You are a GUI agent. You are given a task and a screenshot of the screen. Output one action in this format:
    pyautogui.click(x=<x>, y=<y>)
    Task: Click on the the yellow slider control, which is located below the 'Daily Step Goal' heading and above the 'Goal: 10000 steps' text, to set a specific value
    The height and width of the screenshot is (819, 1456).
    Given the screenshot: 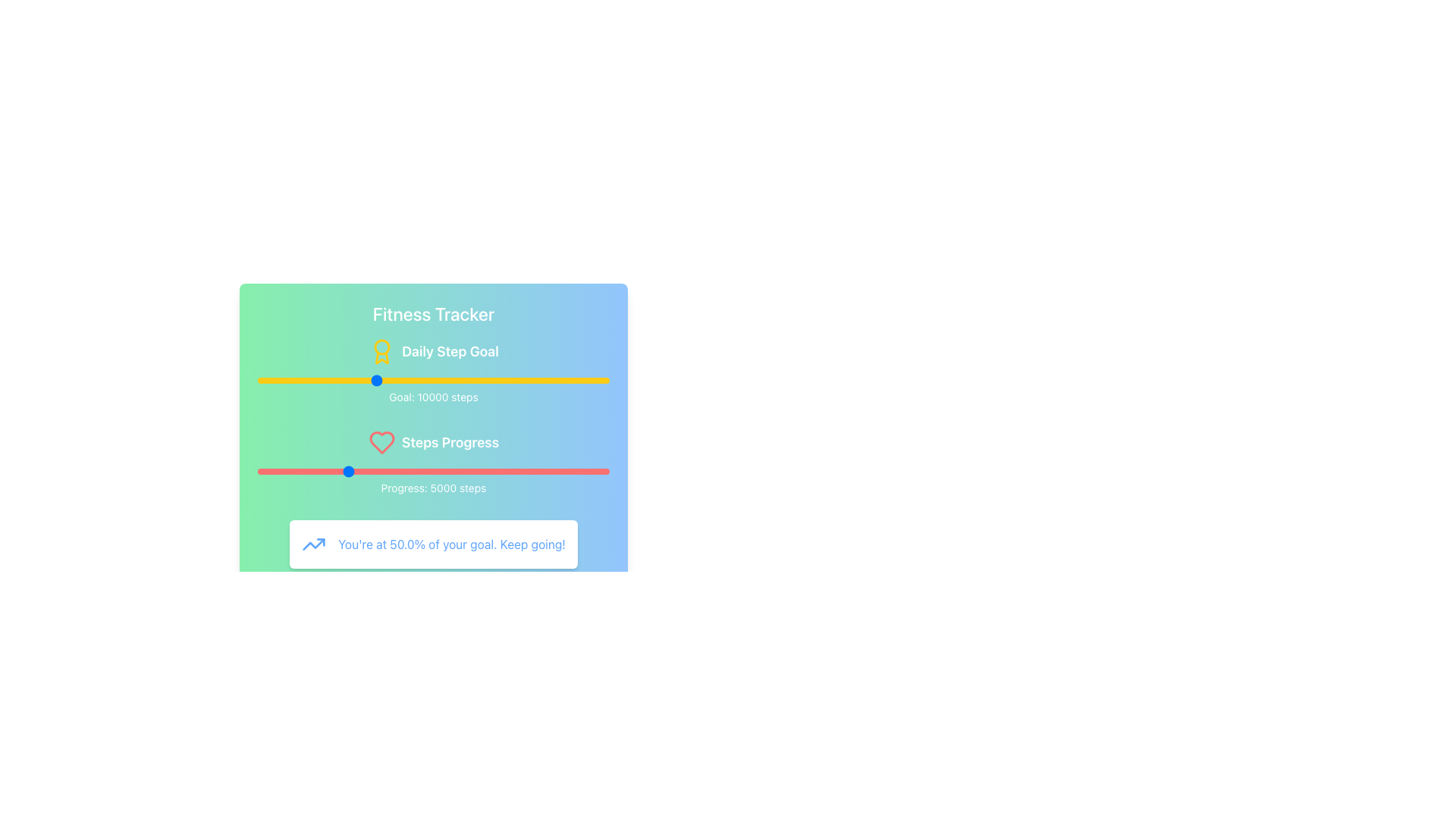 What is the action you would take?
    pyautogui.click(x=432, y=379)
    